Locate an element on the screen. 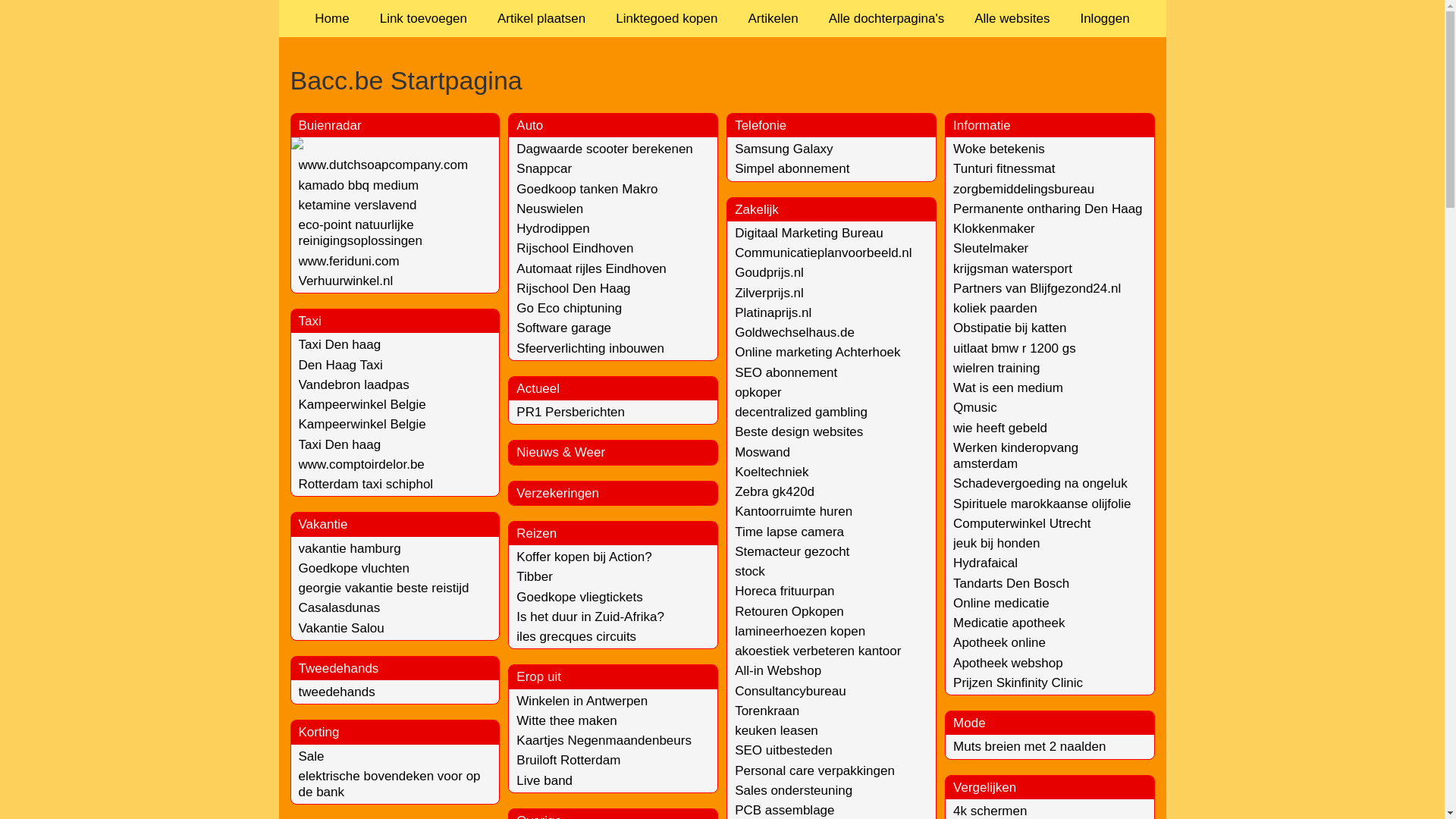 This screenshot has width=1456, height=819. 'Hydrodippen' is located at coordinates (552, 228).